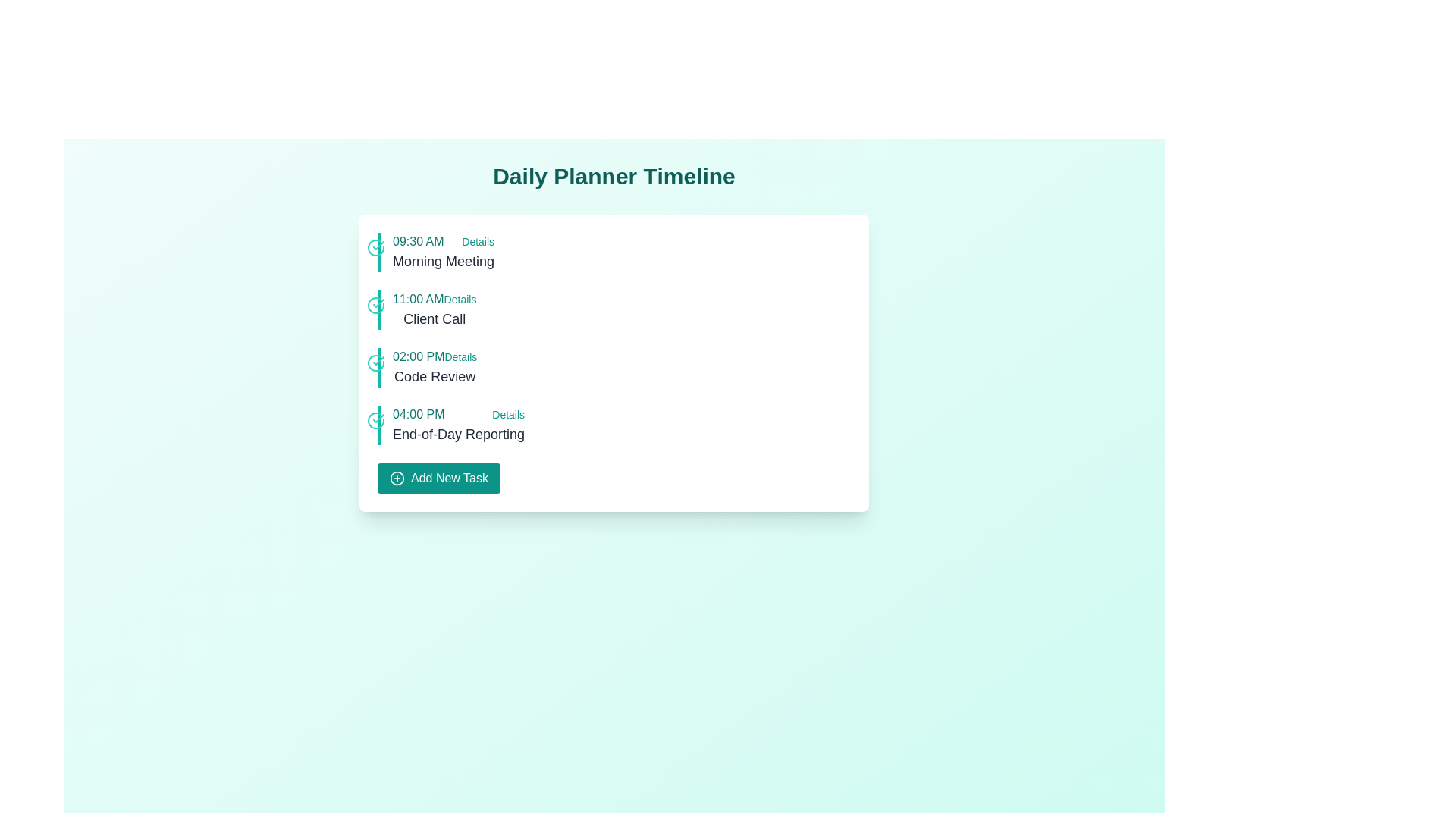 Image resolution: width=1456 pixels, height=819 pixels. I want to click on the 'Details' link of the fourth entry in the Daily Planner Timeline to read the event details, so click(457, 425).